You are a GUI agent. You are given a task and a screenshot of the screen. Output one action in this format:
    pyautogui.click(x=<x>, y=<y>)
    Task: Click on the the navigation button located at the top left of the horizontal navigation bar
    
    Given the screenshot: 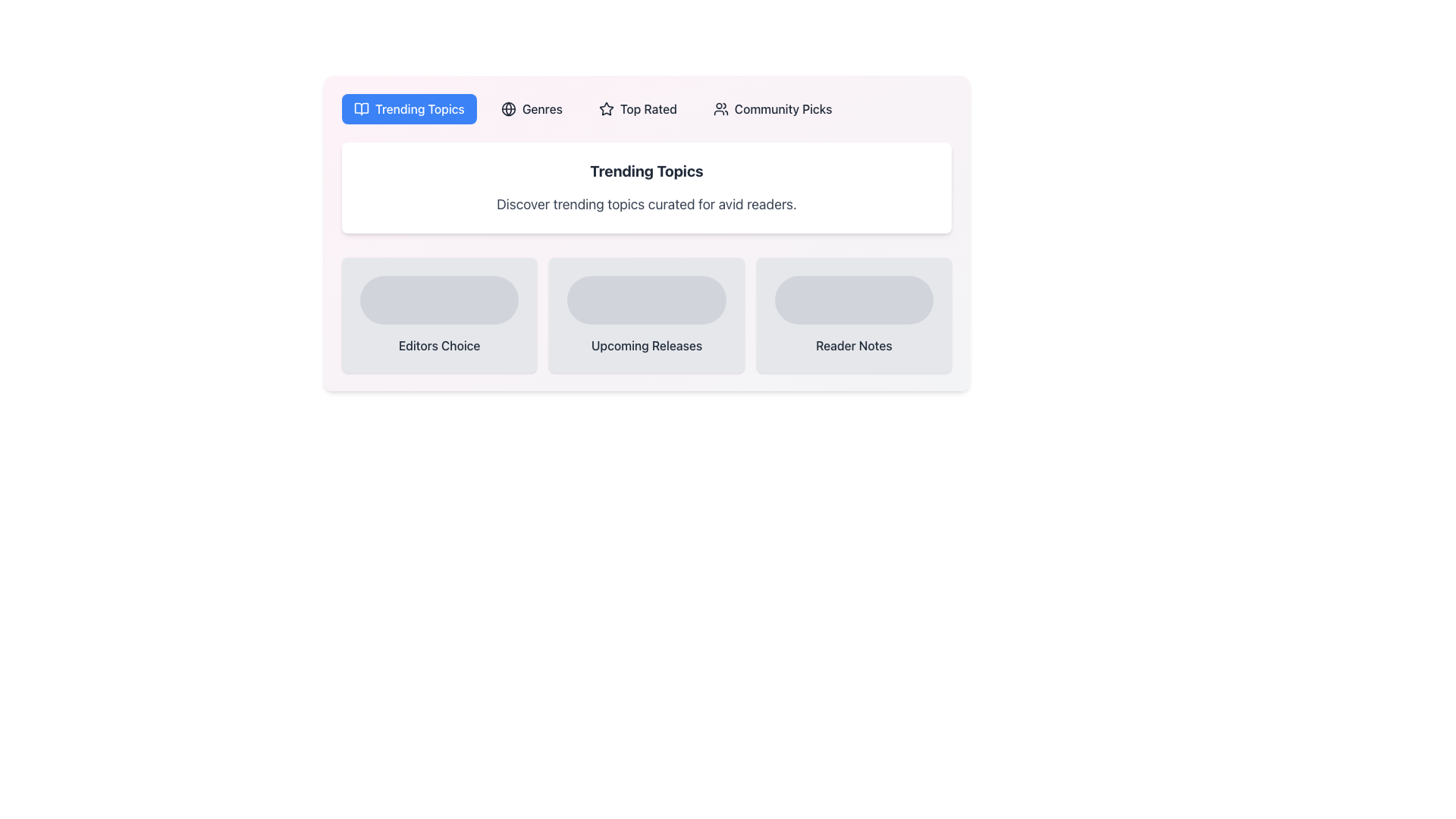 What is the action you would take?
    pyautogui.click(x=409, y=108)
    